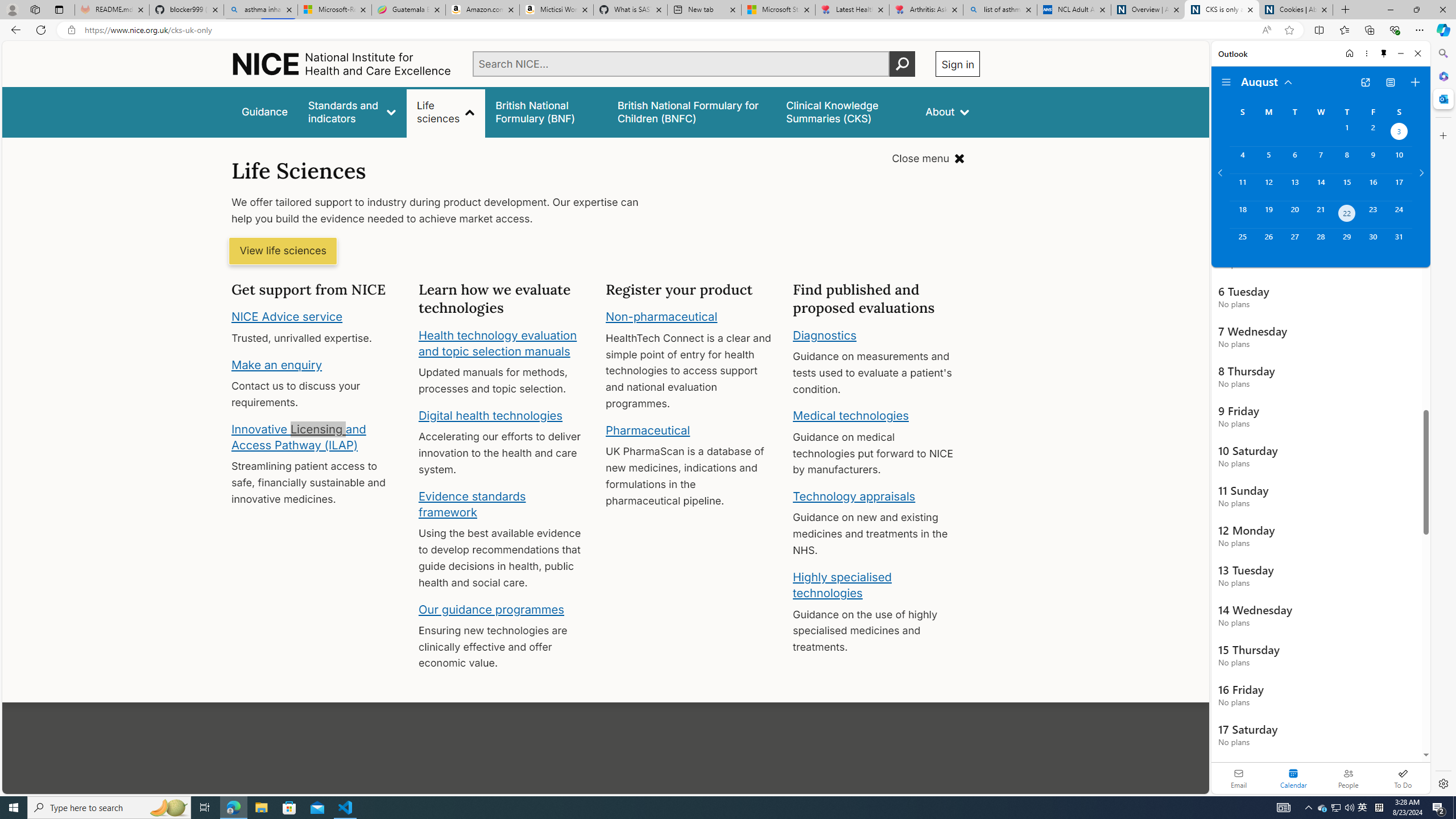  What do you see at coordinates (1347, 777) in the screenshot?
I see `'People'` at bounding box center [1347, 777].